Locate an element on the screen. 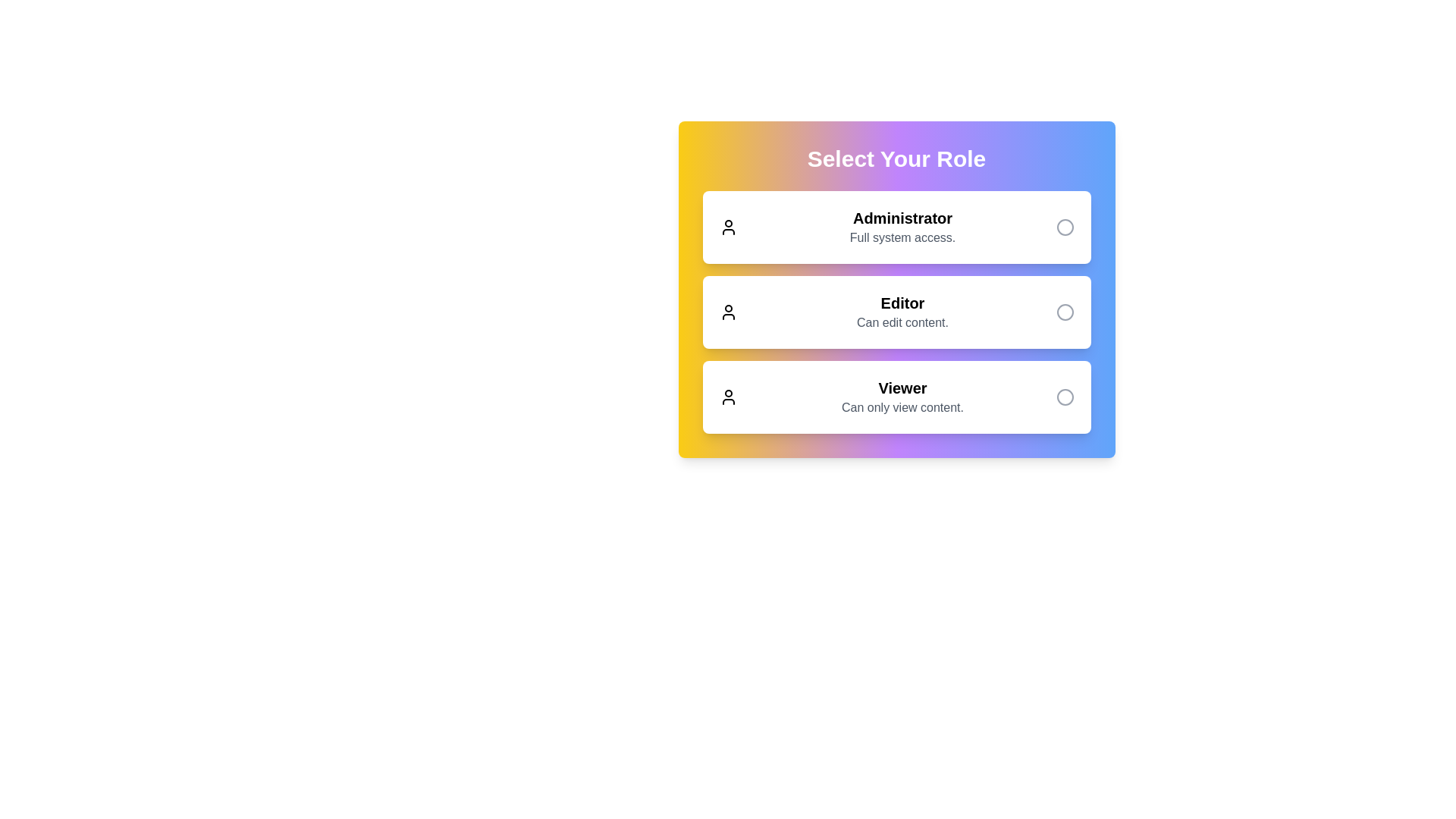 The height and width of the screenshot is (819, 1456). the text label reading 'Full system access.' which is located below the bolded 'Administrator' text in the 'Select Your Role' section is located at coordinates (902, 237).